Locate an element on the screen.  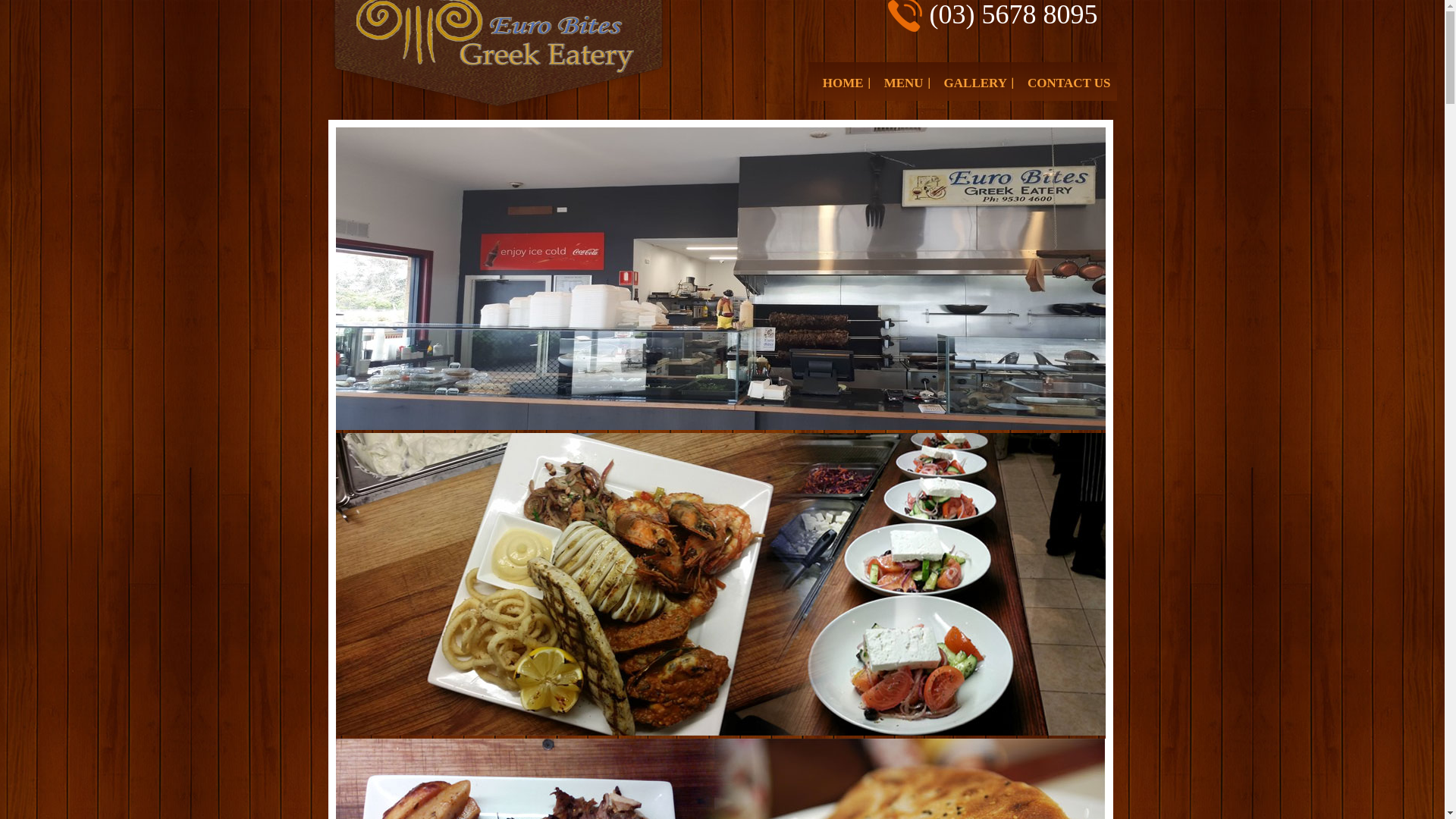
'GALLERY' is located at coordinates (975, 83).